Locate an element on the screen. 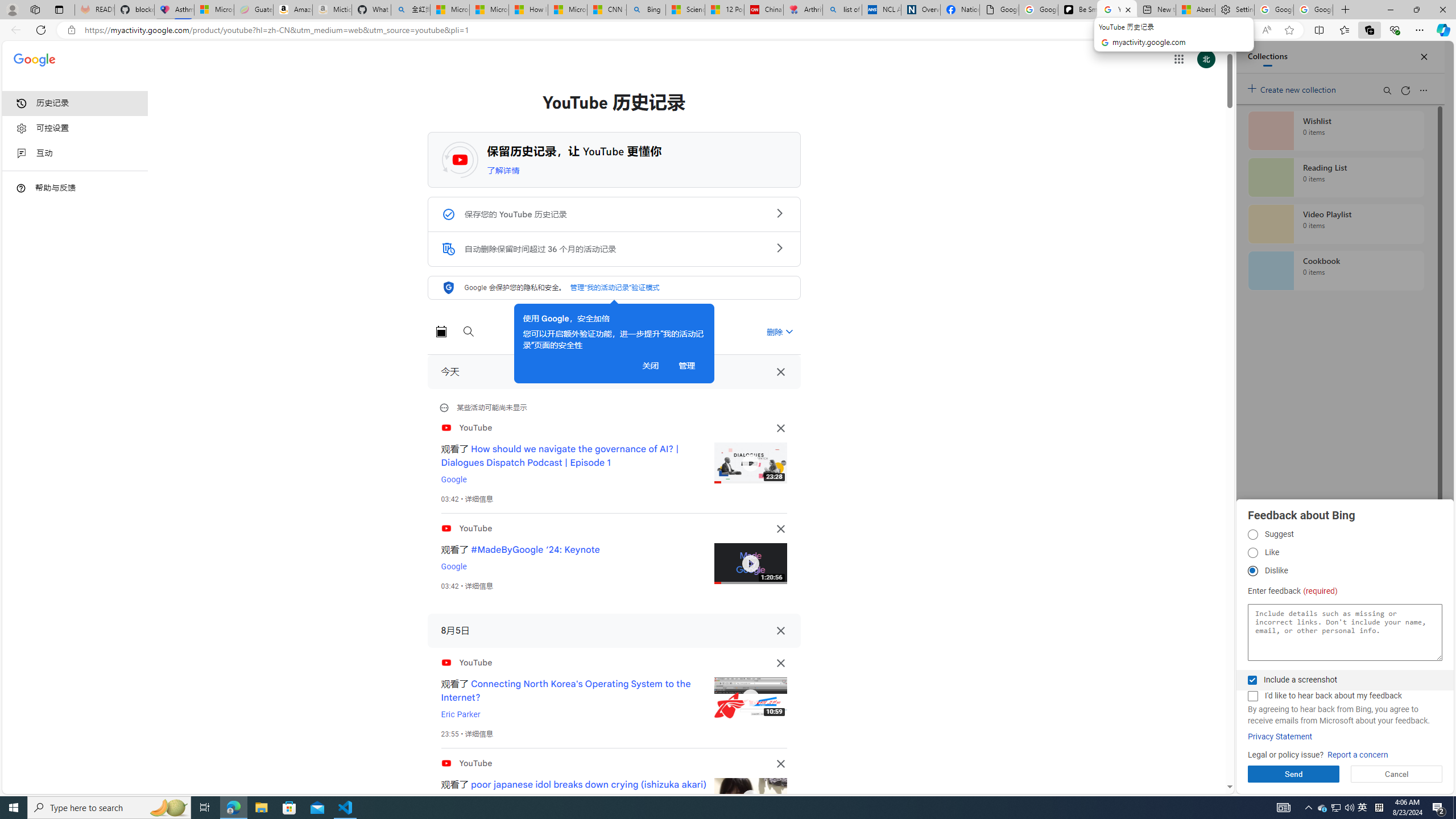 The width and height of the screenshot is (1456, 819). 'Google Analytics Opt-out Browser Add-on Download Page' is located at coordinates (999, 9).